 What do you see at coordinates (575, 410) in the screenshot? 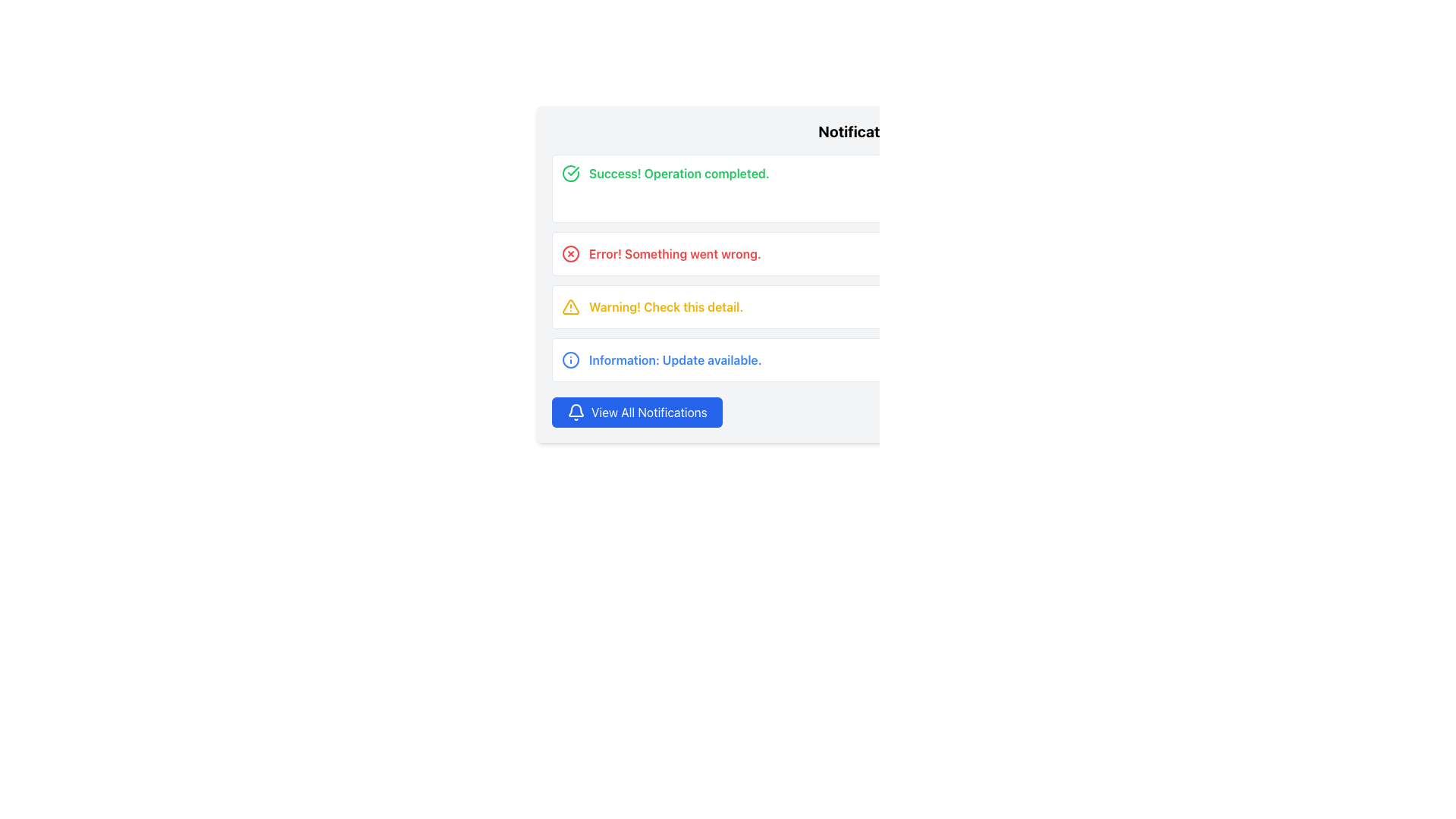
I see `the bottom arc of the bell icon, which is part of the notification symbol located inside the blue button at the bottom of the notification panel` at bounding box center [575, 410].